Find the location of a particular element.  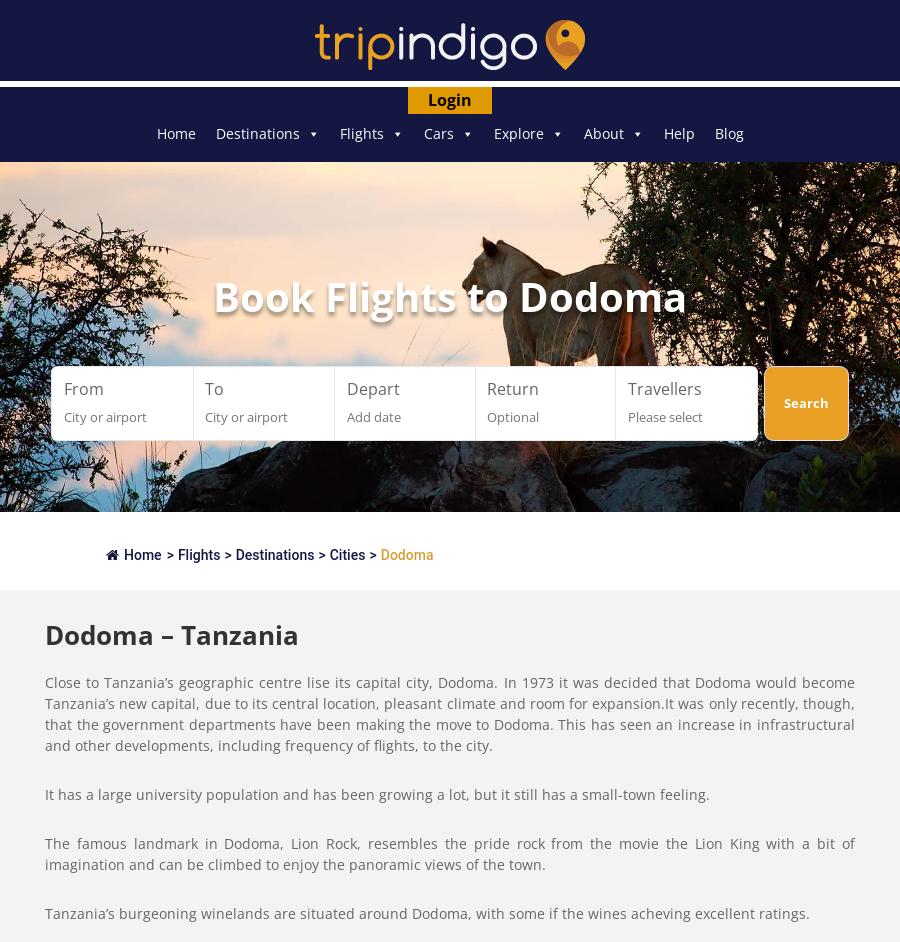

'Island' is located at coordinates (484, 275).